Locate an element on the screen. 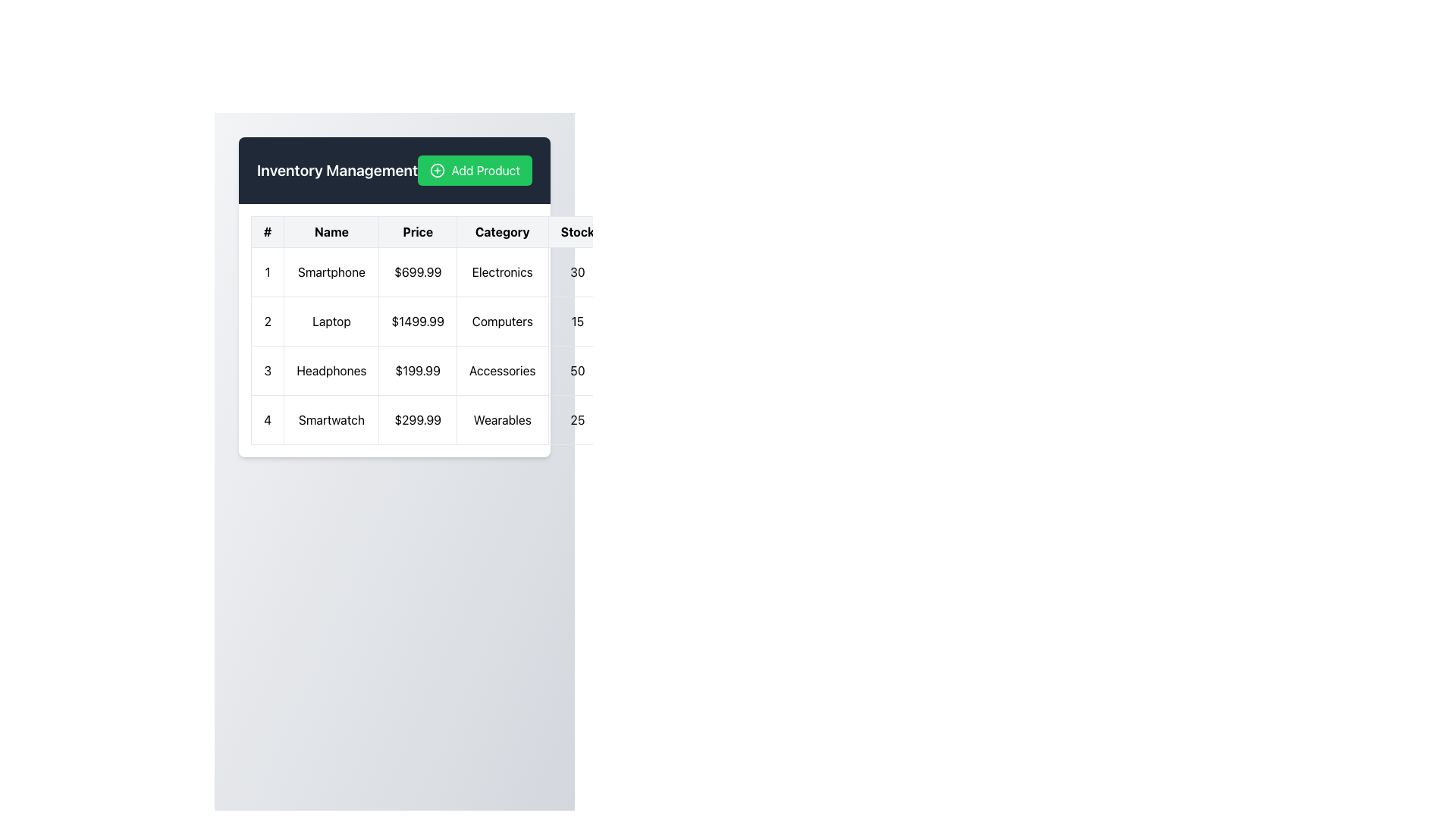  the display-only text component showing the name of the product in the first row of the data table under the 'Name' column, positioned between '1' and '$699.99' is located at coordinates (331, 271).